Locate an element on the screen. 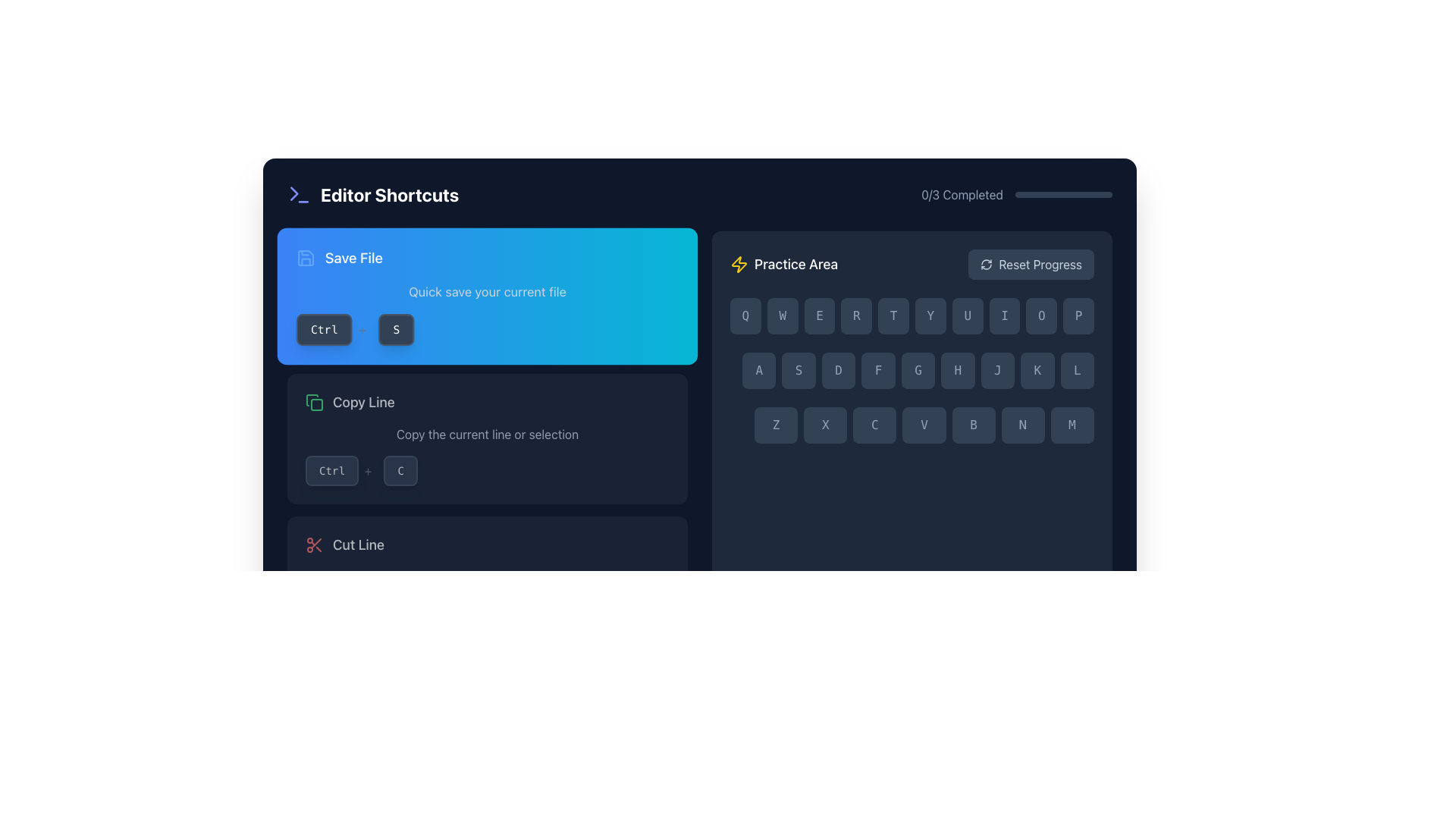 Image resolution: width=1456 pixels, height=819 pixels. the keyboard key labeled 'I', which is styled with a grey rounded rectangular background and light grey text, located in the top right section of the keyboard interface under the 'Practice Area' is located at coordinates (1004, 315).